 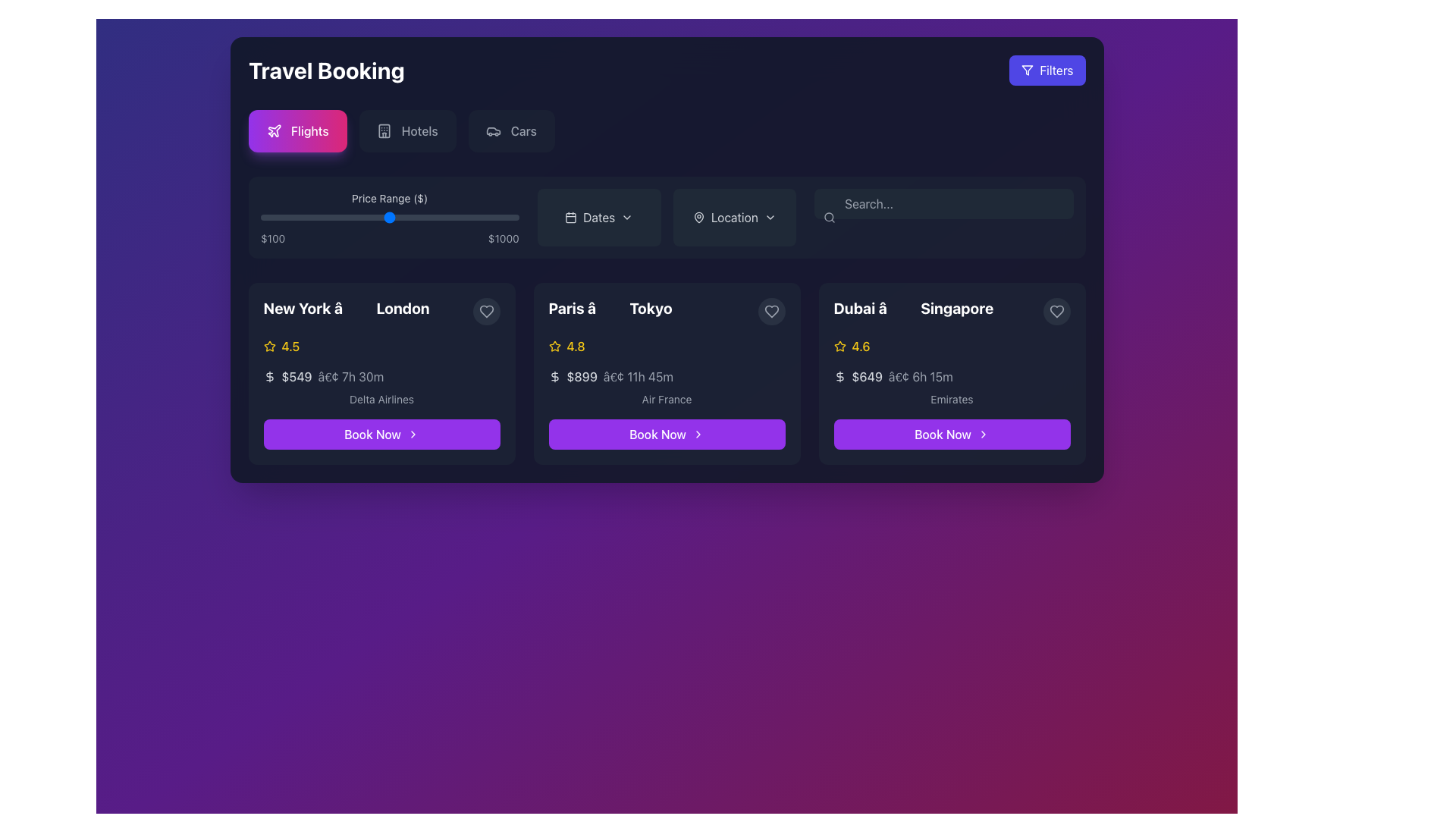 What do you see at coordinates (839, 376) in the screenshot?
I see `the decorative monetary icon located to the left of the price text '$649' in the flight card from Dubai to Singapore` at bounding box center [839, 376].